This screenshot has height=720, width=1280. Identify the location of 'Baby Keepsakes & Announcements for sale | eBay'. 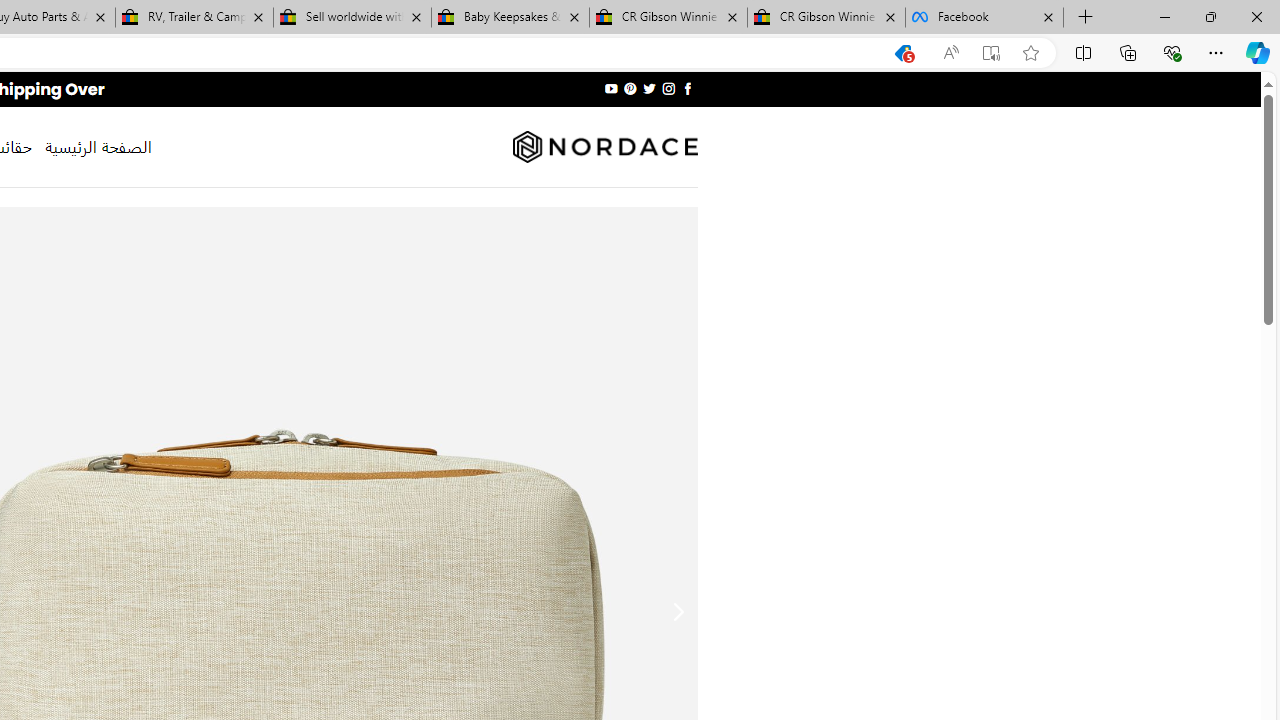
(510, 17).